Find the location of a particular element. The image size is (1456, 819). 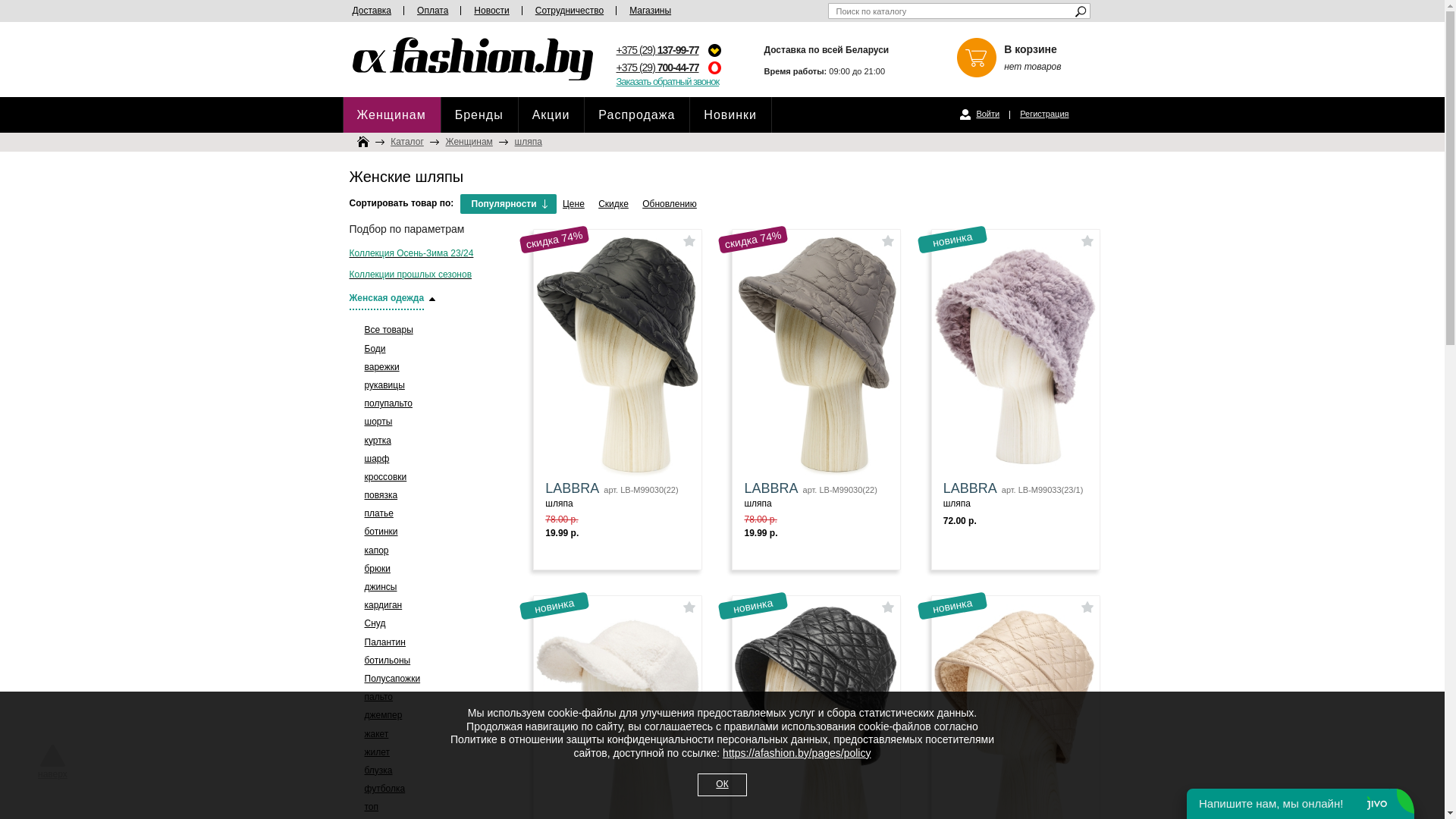

'+375 (29) 700-44-77' is located at coordinates (657, 66).